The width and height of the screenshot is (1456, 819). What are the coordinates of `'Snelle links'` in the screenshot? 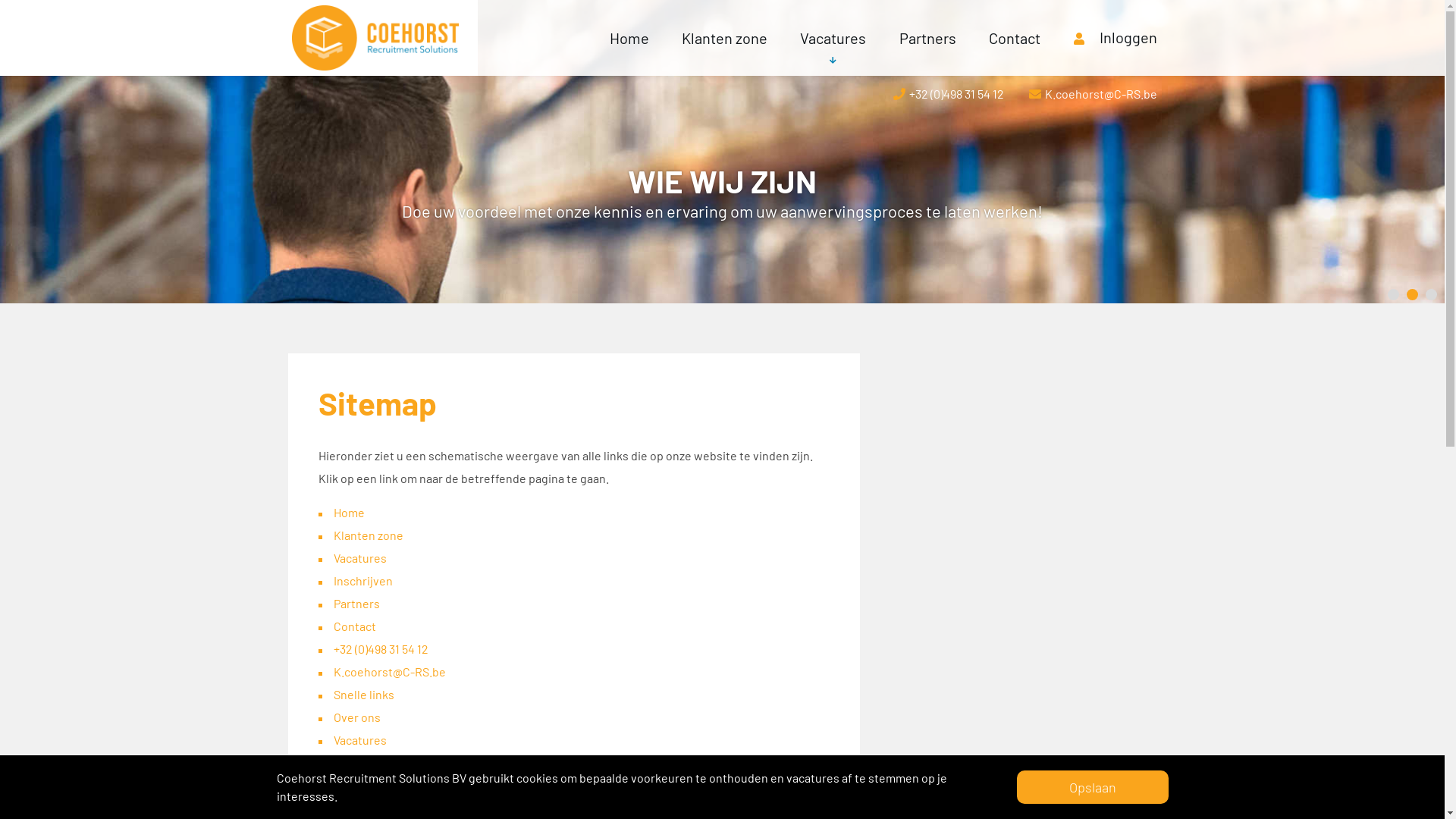 It's located at (333, 694).